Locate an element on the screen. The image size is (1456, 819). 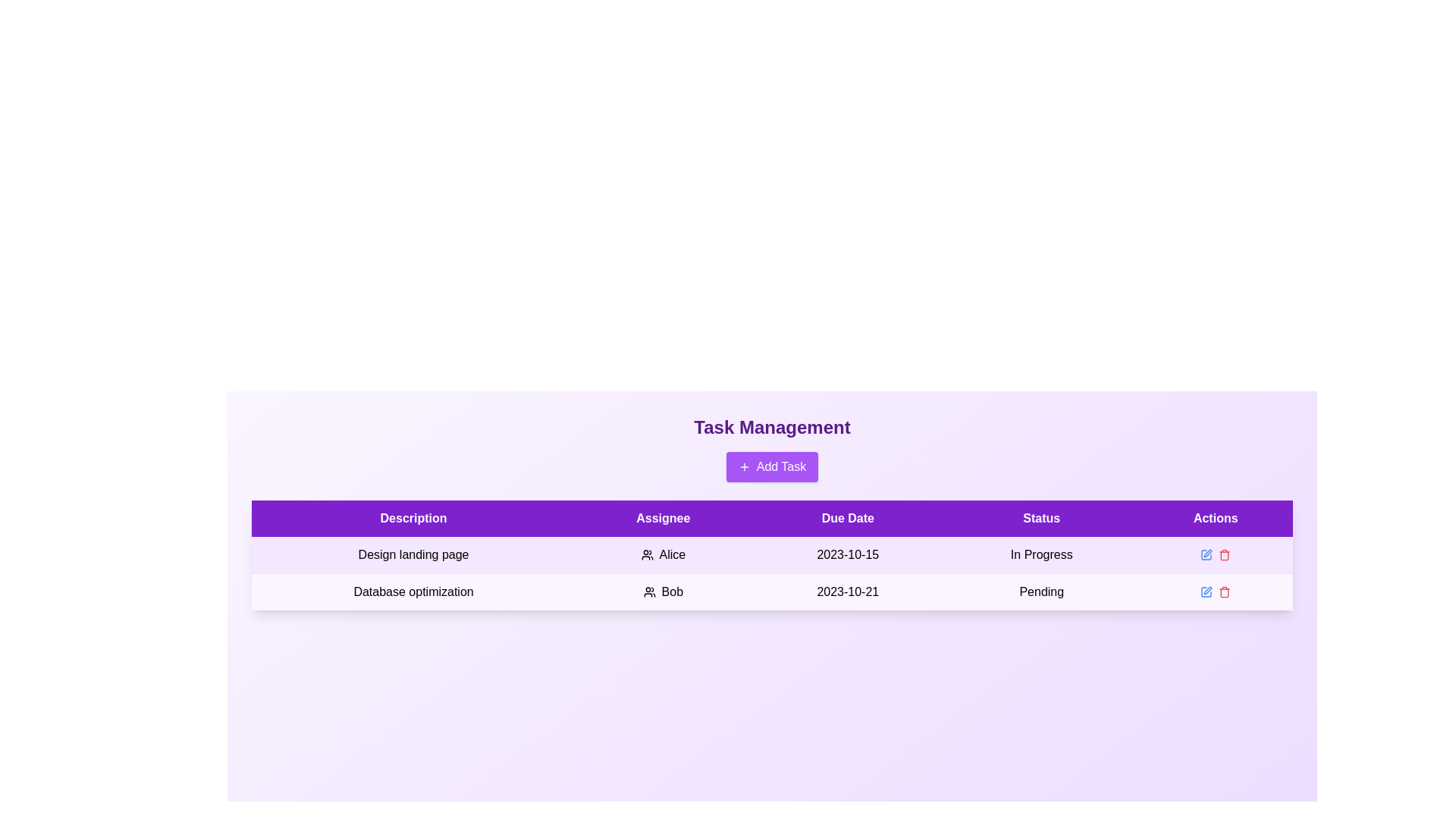
the small blue IconButton resembling a pen or edit symbol located in the 'Actions' column of the table is located at coordinates (1206, 591).